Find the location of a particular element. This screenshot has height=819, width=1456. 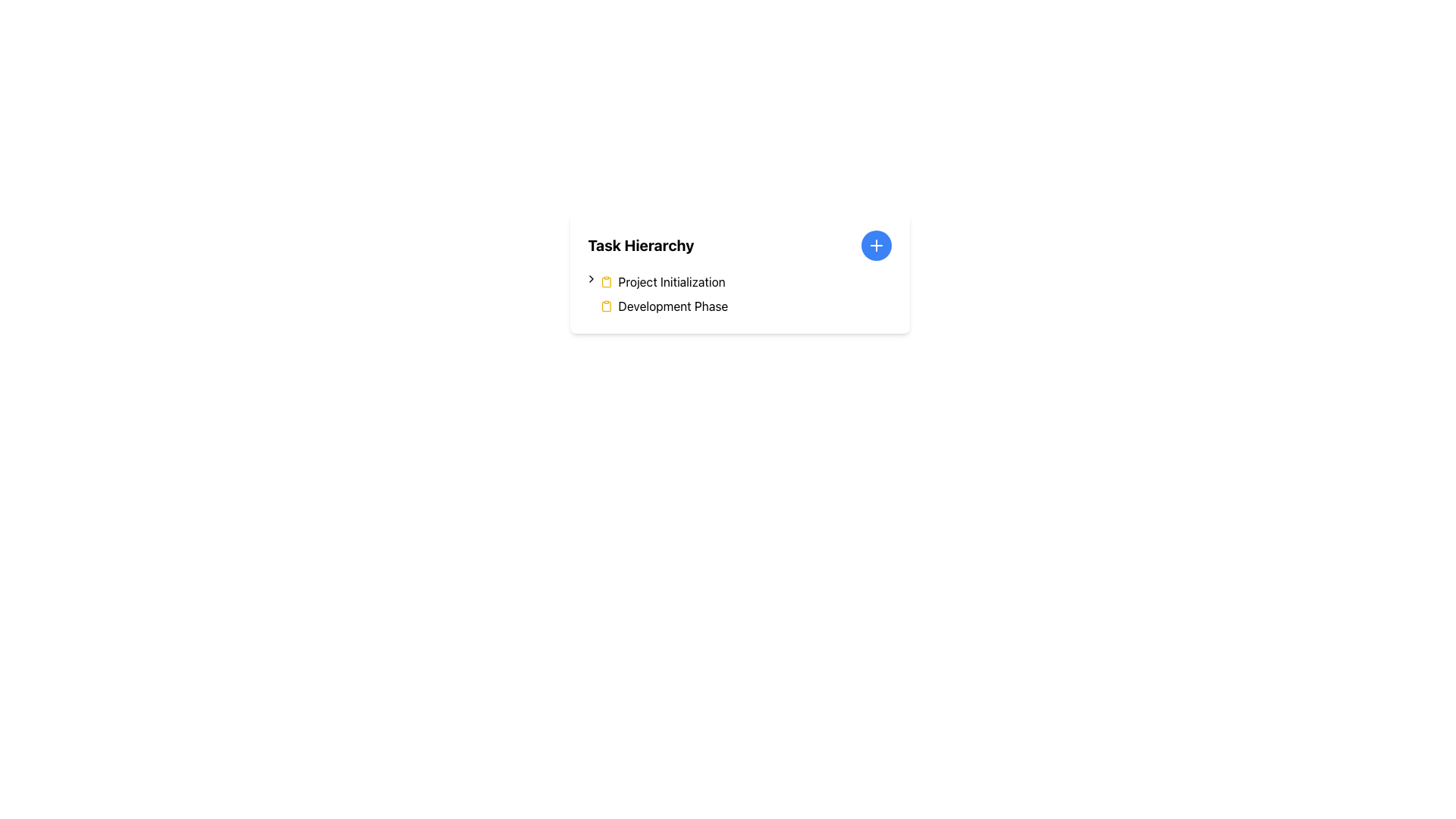

the icon representing 'Project Initialization', which is visually aligned to the left of the corresponding text is located at coordinates (605, 281).